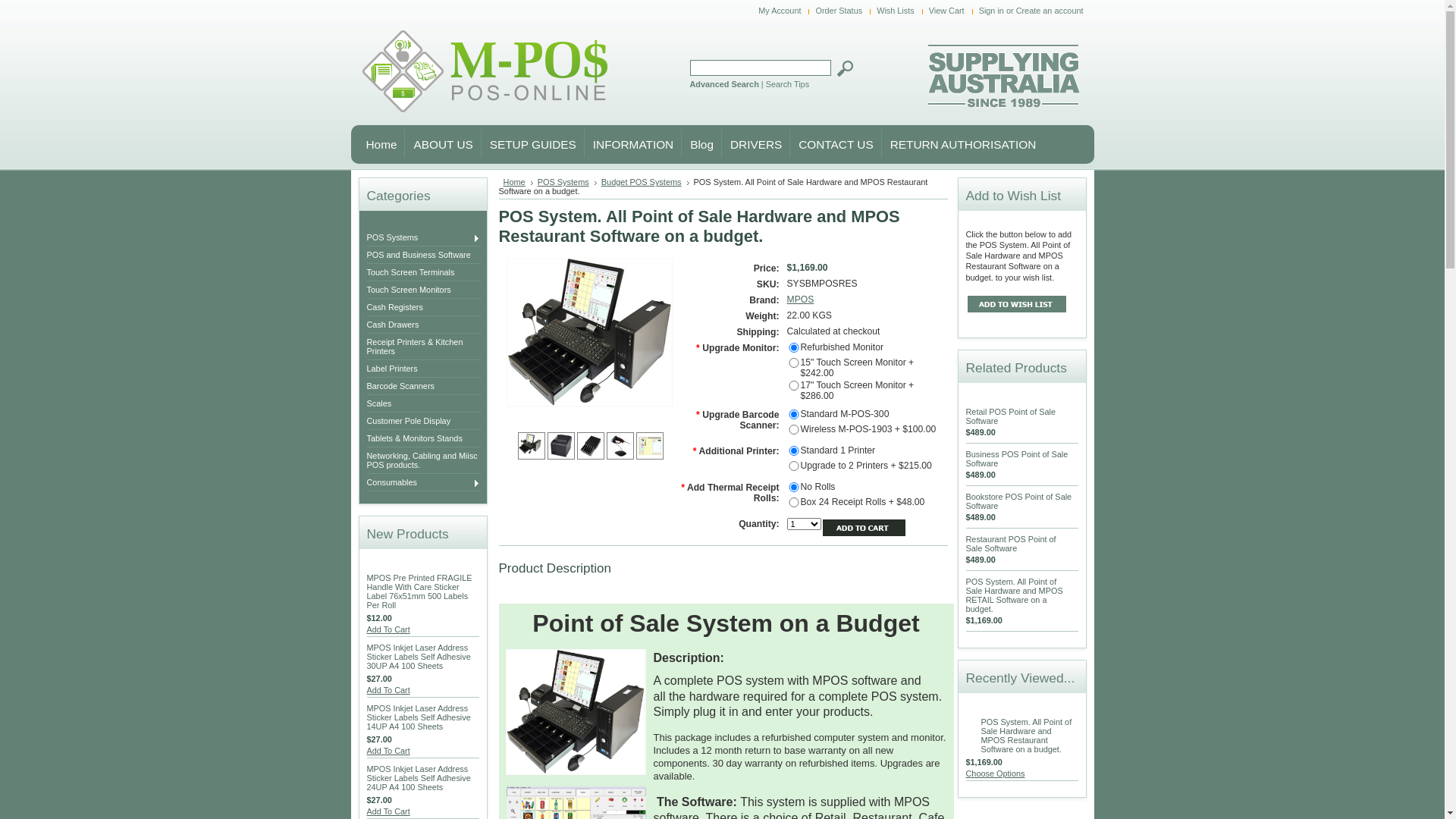 The height and width of the screenshot is (819, 1456). Describe the element at coordinates (991, 11) in the screenshot. I see `'Sign in'` at that location.